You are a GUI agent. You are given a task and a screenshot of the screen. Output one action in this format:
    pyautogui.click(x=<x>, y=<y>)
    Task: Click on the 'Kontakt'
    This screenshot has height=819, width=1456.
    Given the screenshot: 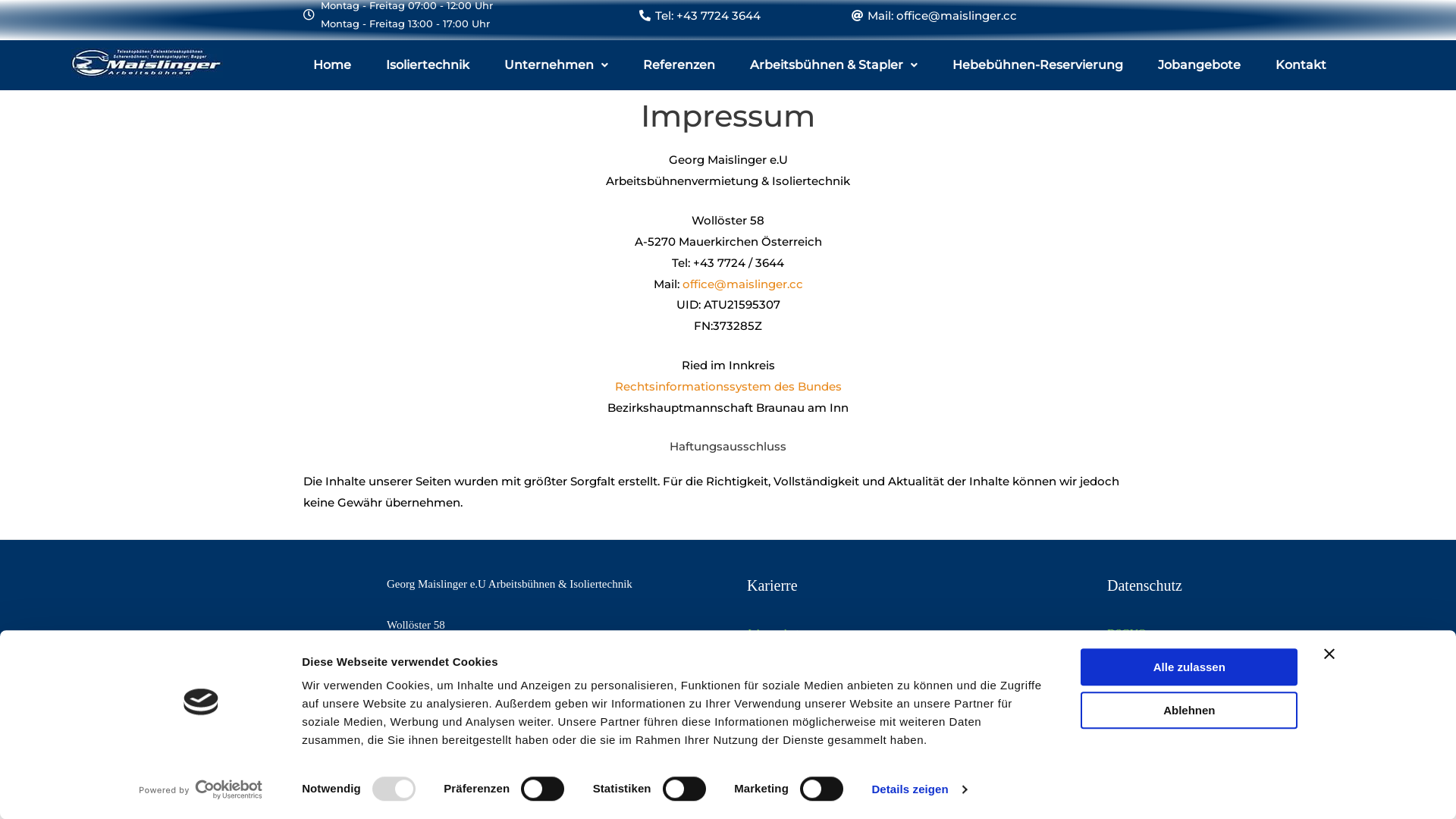 What is the action you would take?
    pyautogui.click(x=1300, y=64)
    